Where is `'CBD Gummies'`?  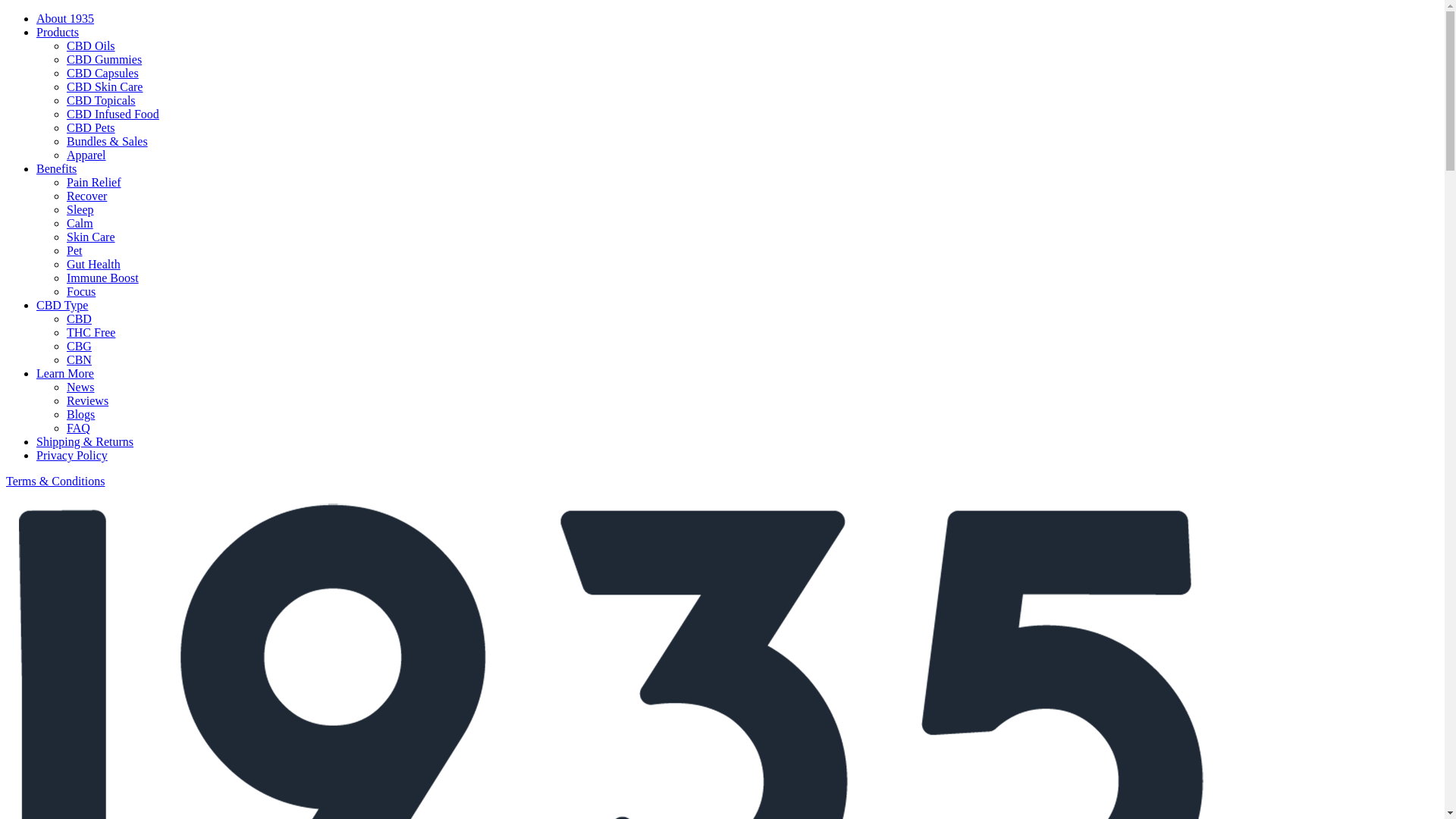 'CBD Gummies' is located at coordinates (103, 58).